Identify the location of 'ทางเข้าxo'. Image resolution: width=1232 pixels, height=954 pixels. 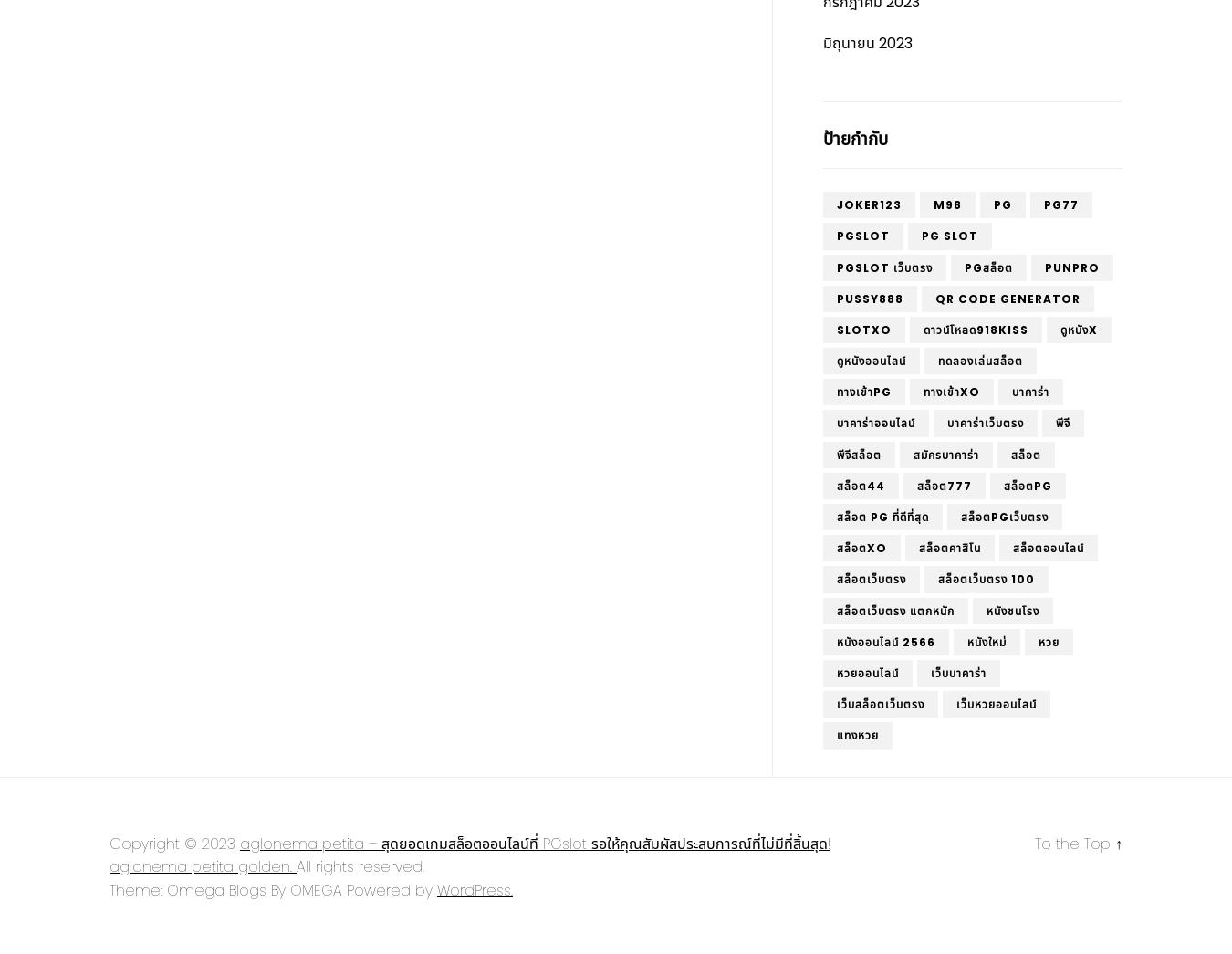
(952, 392).